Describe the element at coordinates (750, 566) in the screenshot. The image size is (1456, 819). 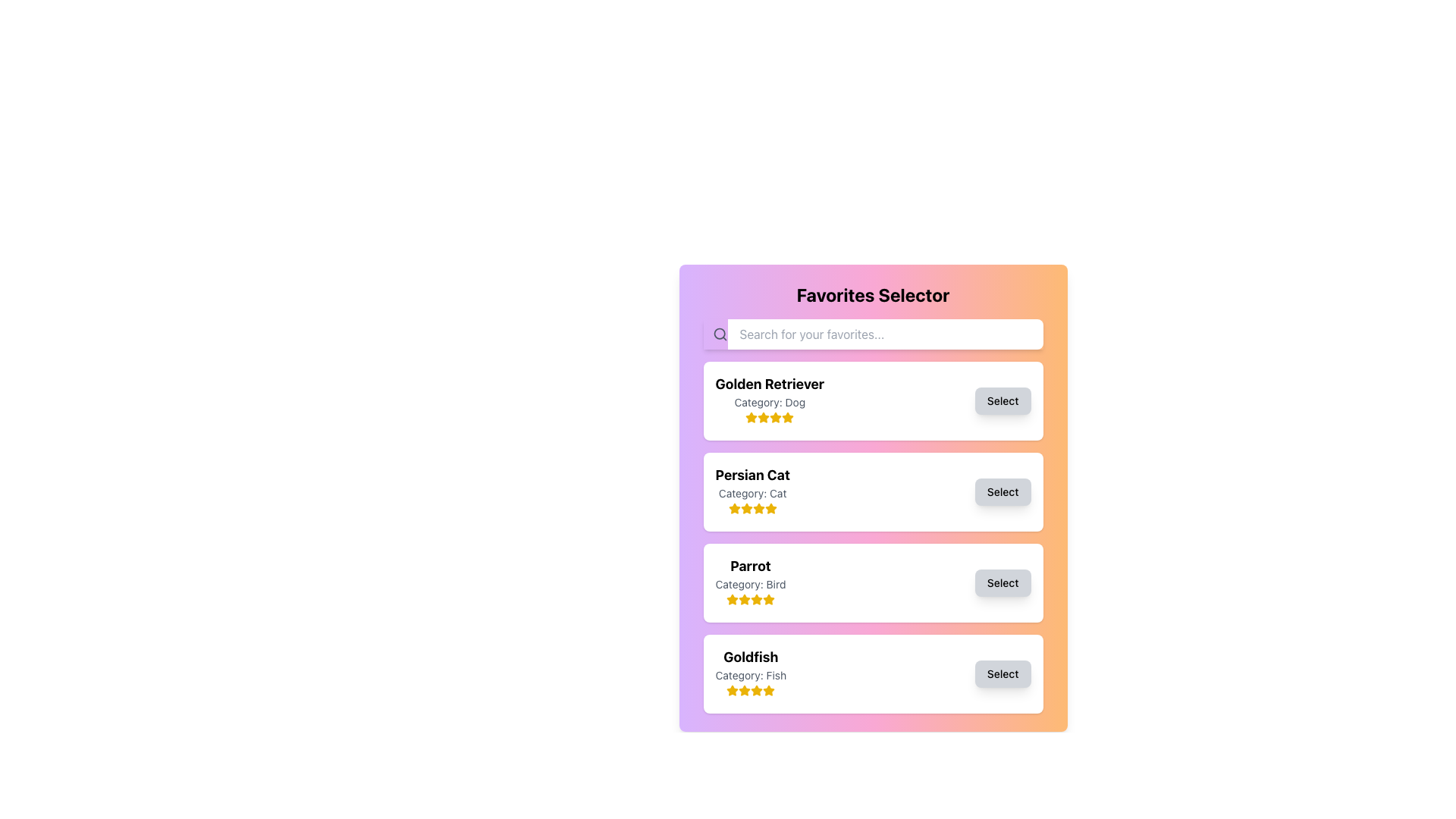
I see `the bold label text element displaying 'Parrot', which is centrally located in the third item of the Favorites Selector list above the 'Category: Bird' text` at that location.